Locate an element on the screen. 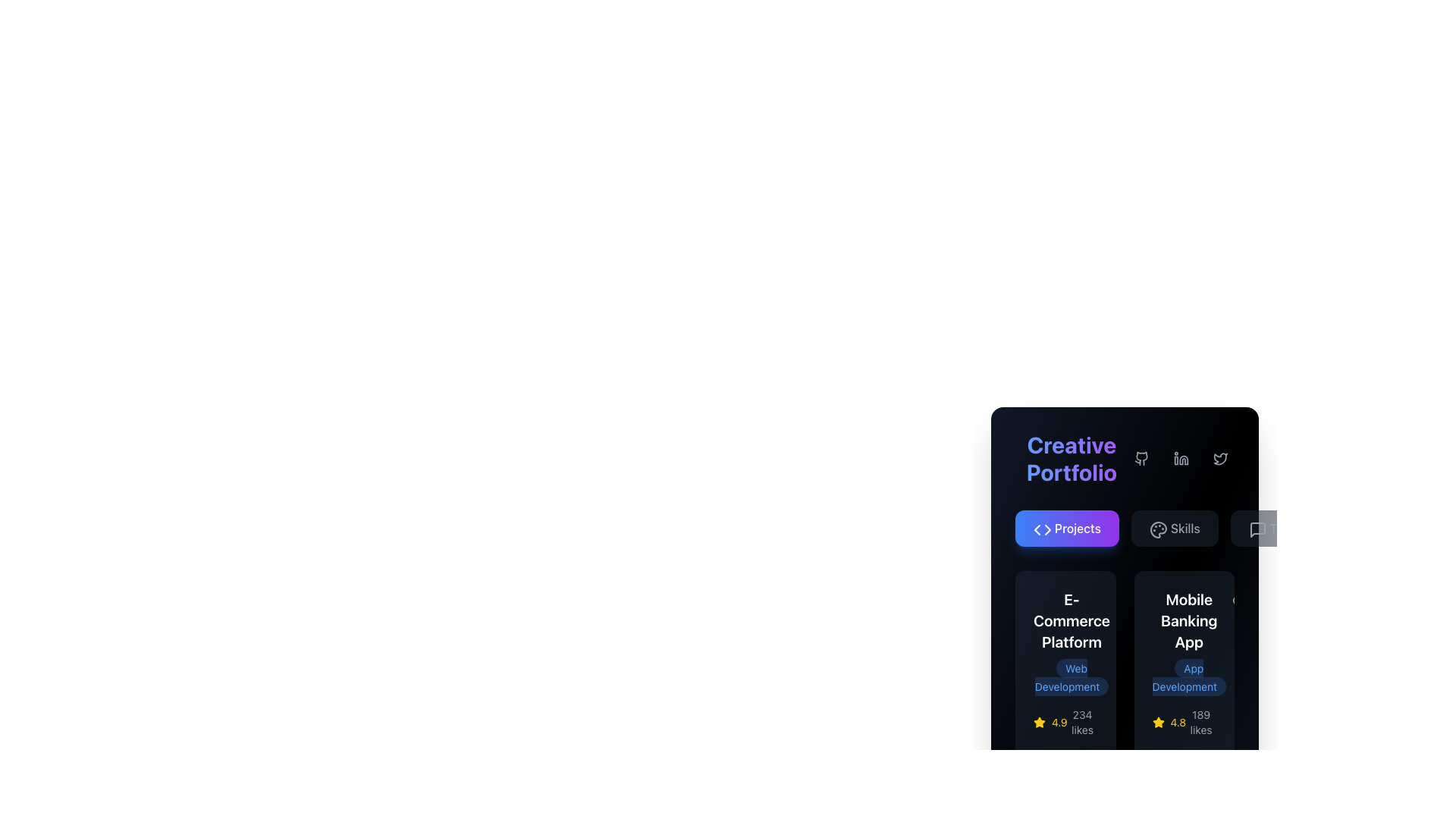 Image resolution: width=1456 pixels, height=819 pixels. the 'Skills' button, which is a rectangular button with rounded corners featuring a palette icon and light grey text, located to the right of the 'Projects' button below the 'Creative Portfolio' title is located at coordinates (1174, 528).